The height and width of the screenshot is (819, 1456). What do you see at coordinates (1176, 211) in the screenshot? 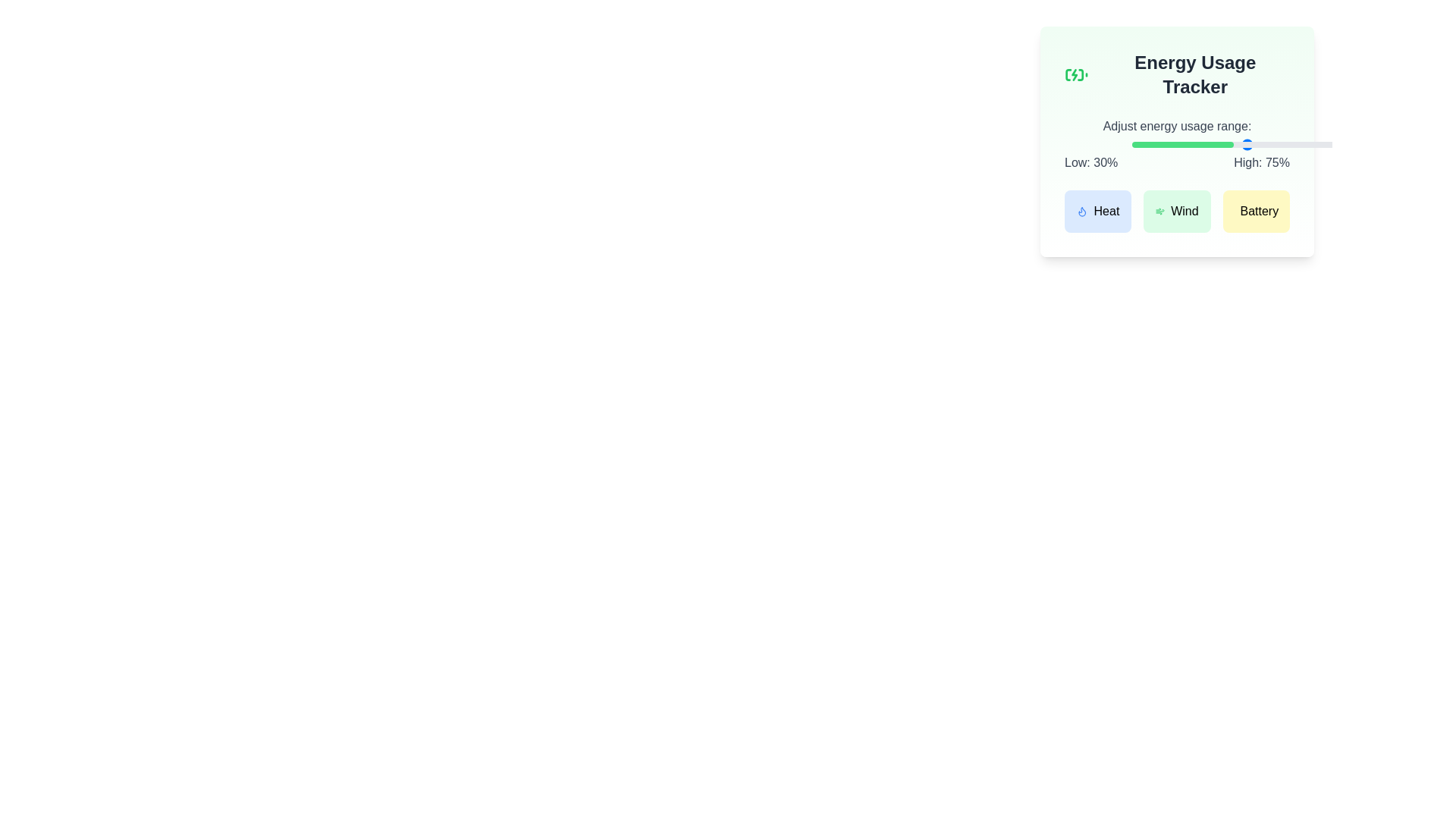
I see `the 'Wind' option button located in the middle of the three buttons in the 'Energy Usage Tracker' card` at bounding box center [1176, 211].